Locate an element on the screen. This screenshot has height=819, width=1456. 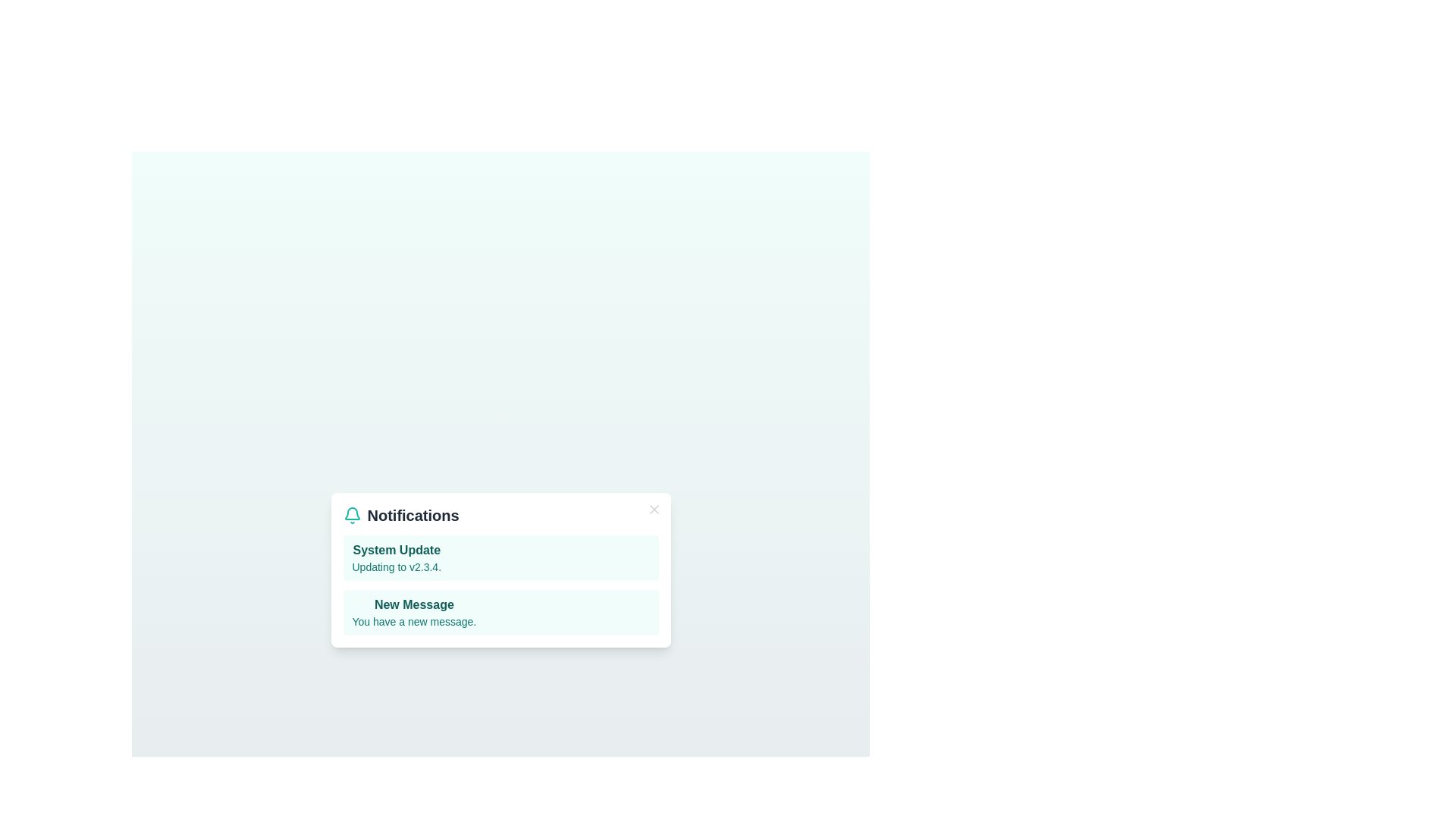
the 'X' button to close the notification hub is located at coordinates (654, 509).